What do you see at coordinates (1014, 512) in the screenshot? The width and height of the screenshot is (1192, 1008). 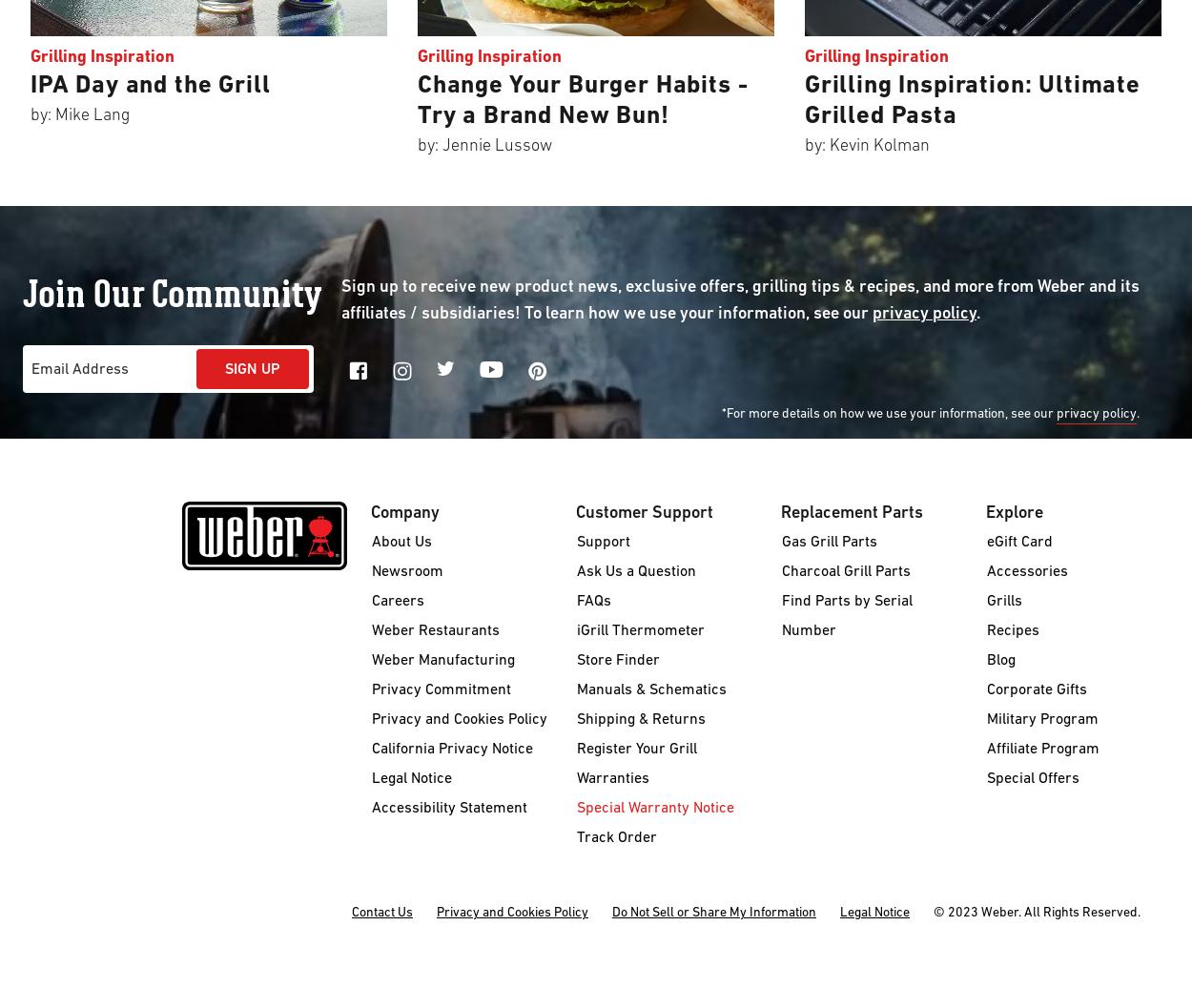 I see `'Explore'` at bounding box center [1014, 512].